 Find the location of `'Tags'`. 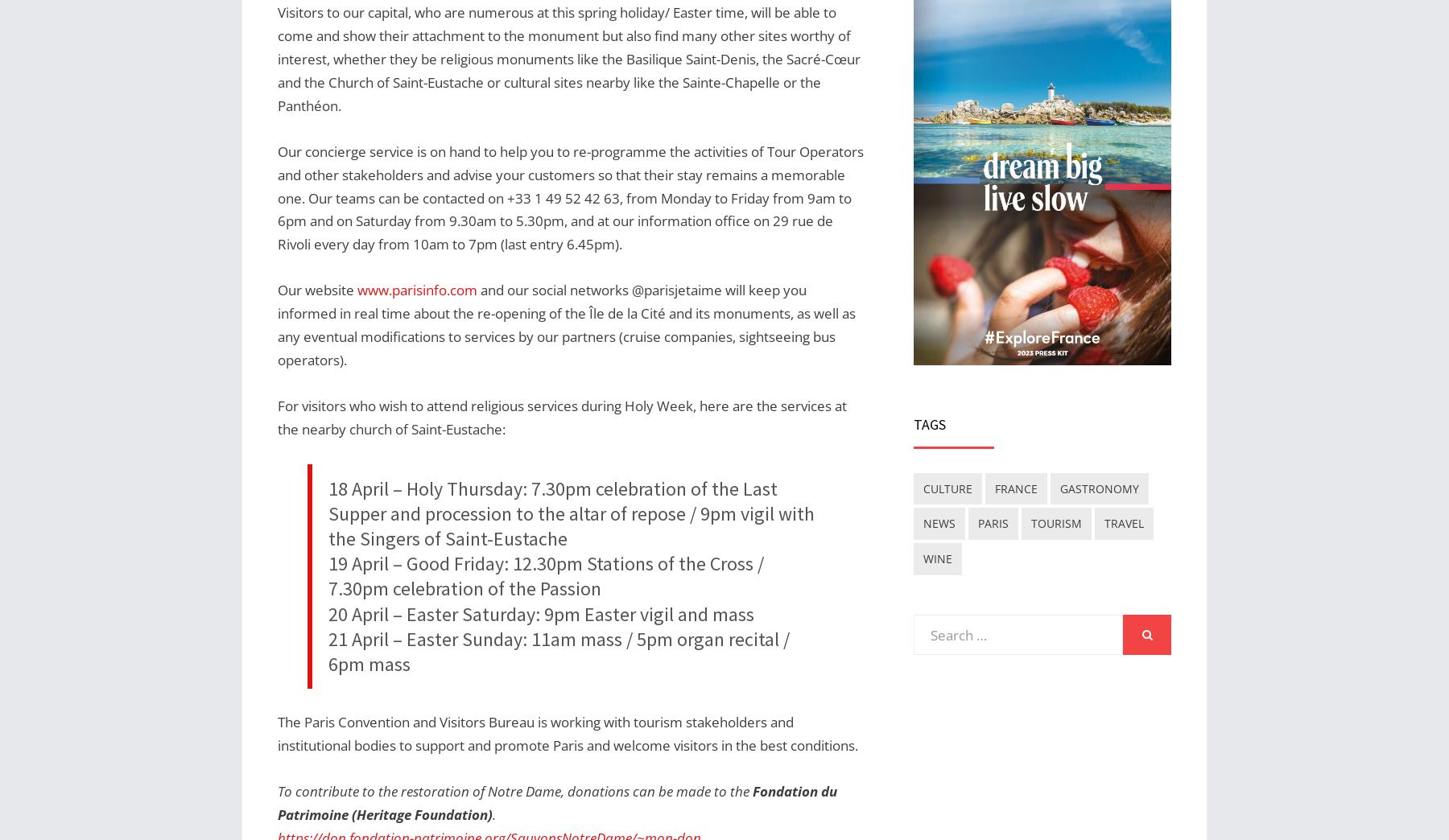

'Tags' is located at coordinates (929, 423).